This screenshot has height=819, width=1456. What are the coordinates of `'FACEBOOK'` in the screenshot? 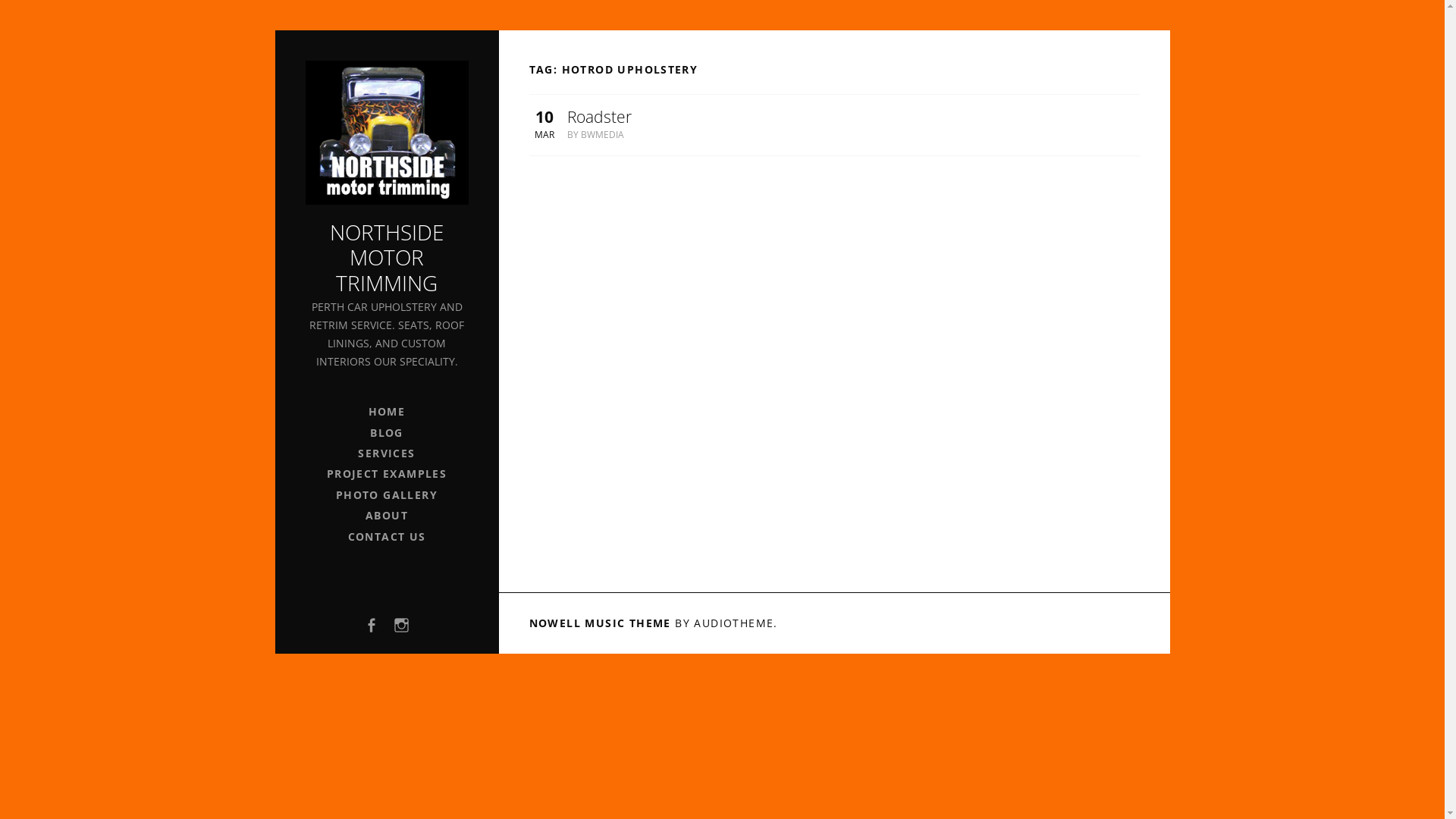 It's located at (371, 625).